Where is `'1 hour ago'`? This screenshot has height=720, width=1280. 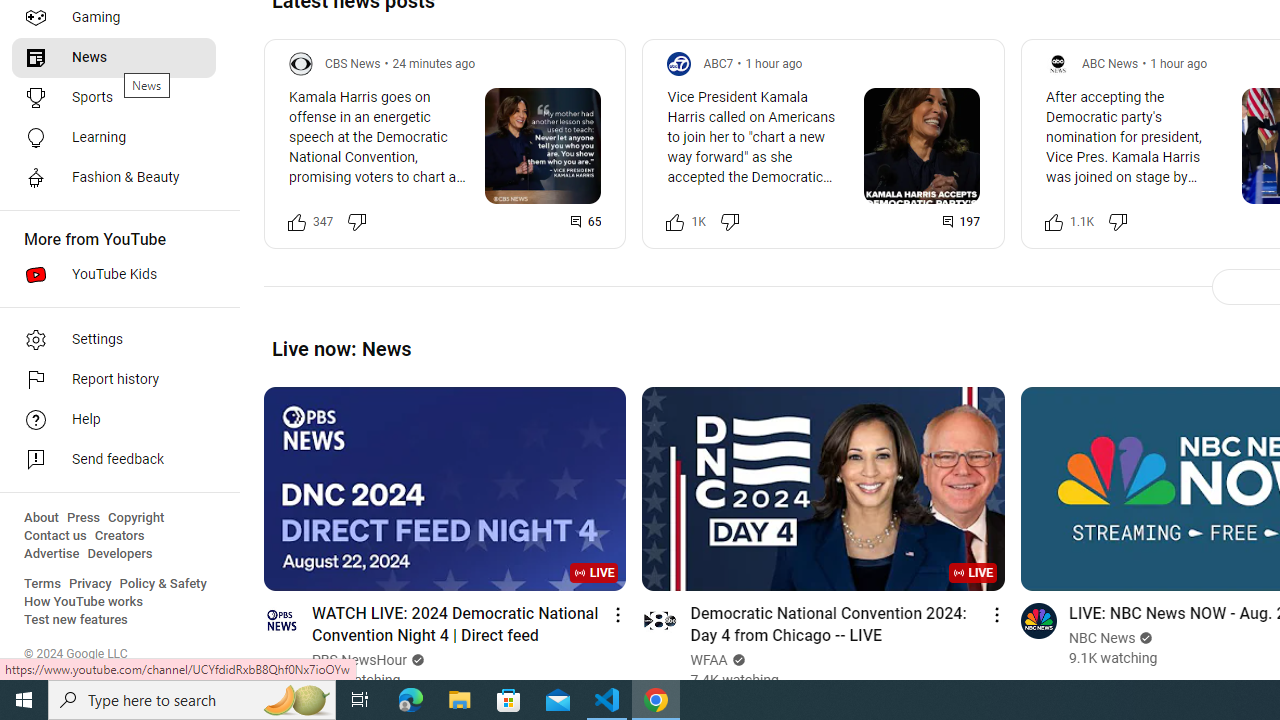 '1 hour ago' is located at coordinates (1178, 62).